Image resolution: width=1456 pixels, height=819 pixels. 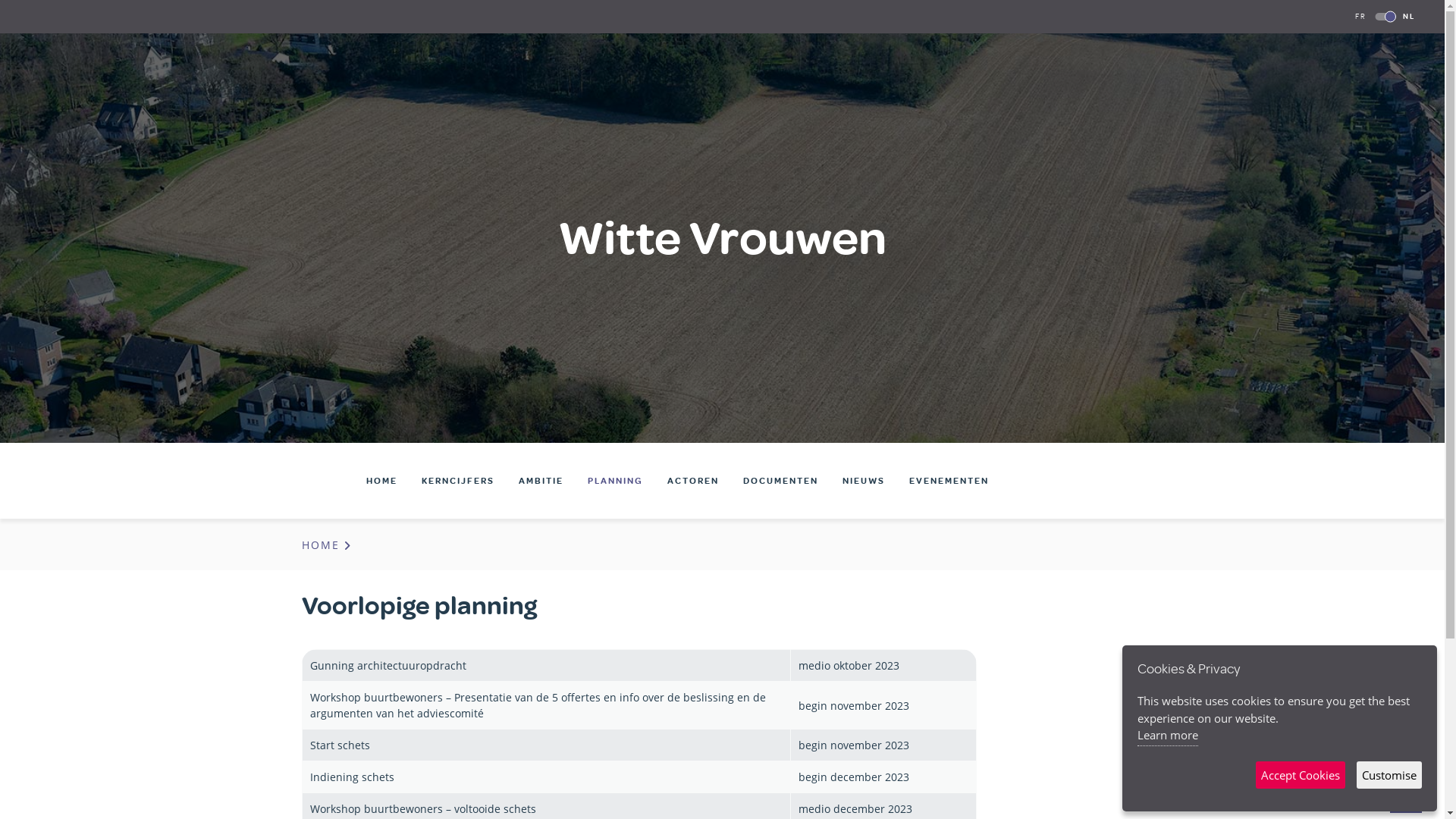 I want to click on 'DOCUMENTEN', so click(x=780, y=480).